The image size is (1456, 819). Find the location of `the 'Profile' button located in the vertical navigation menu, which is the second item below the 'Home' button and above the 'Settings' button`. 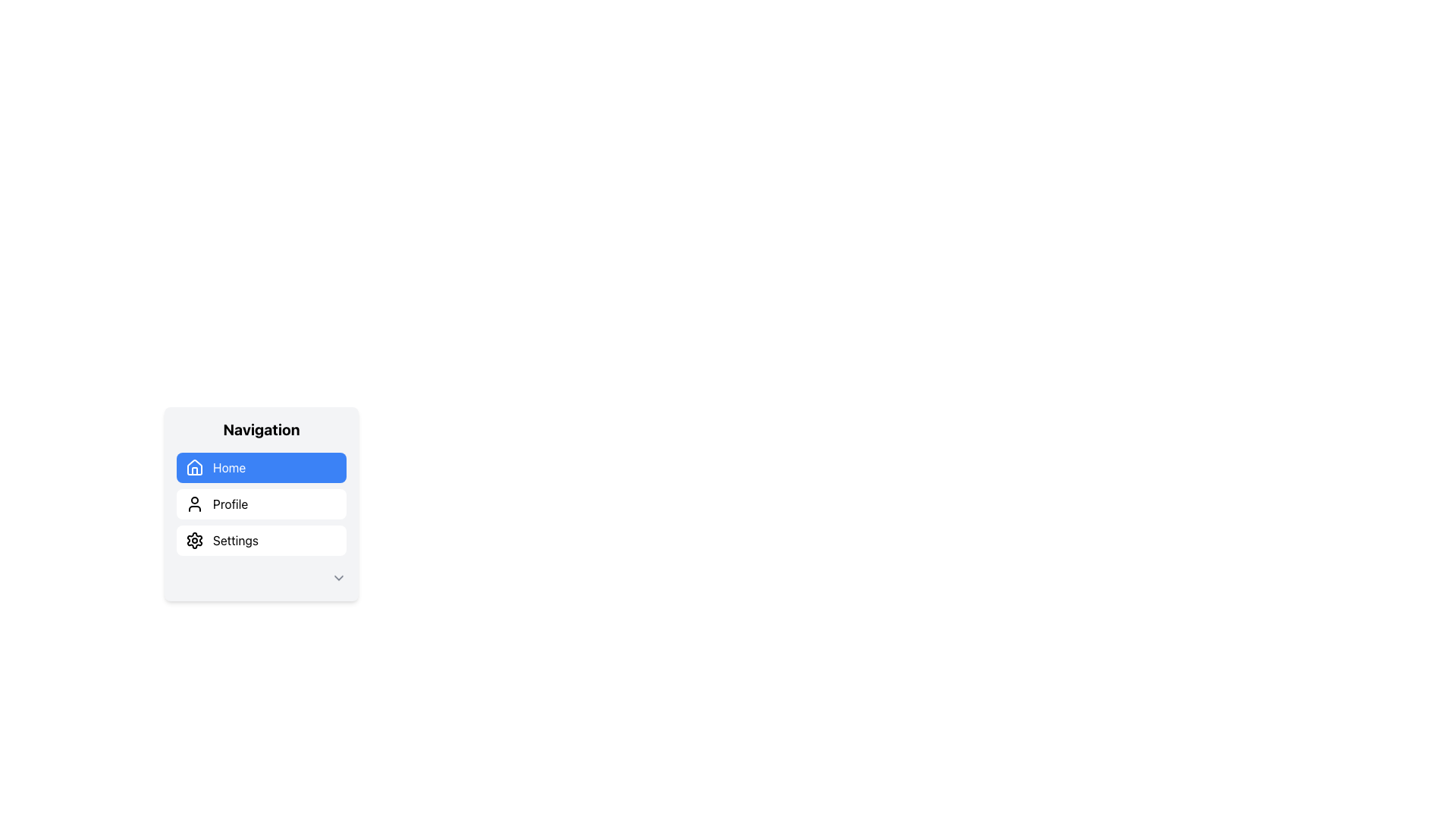

the 'Profile' button located in the vertical navigation menu, which is the second item below the 'Home' button and above the 'Settings' button is located at coordinates (262, 504).